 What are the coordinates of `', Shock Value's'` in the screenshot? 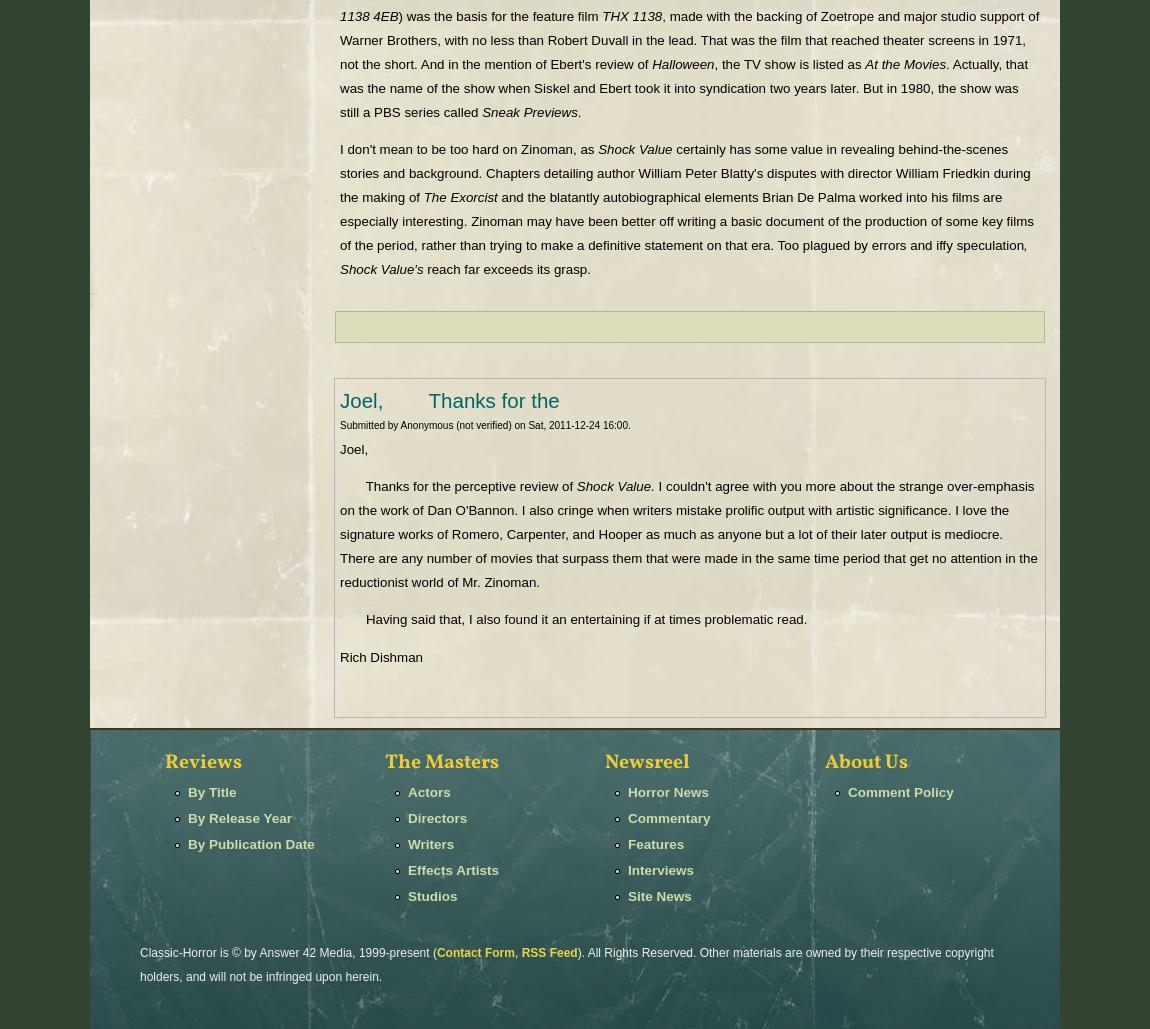 It's located at (682, 256).